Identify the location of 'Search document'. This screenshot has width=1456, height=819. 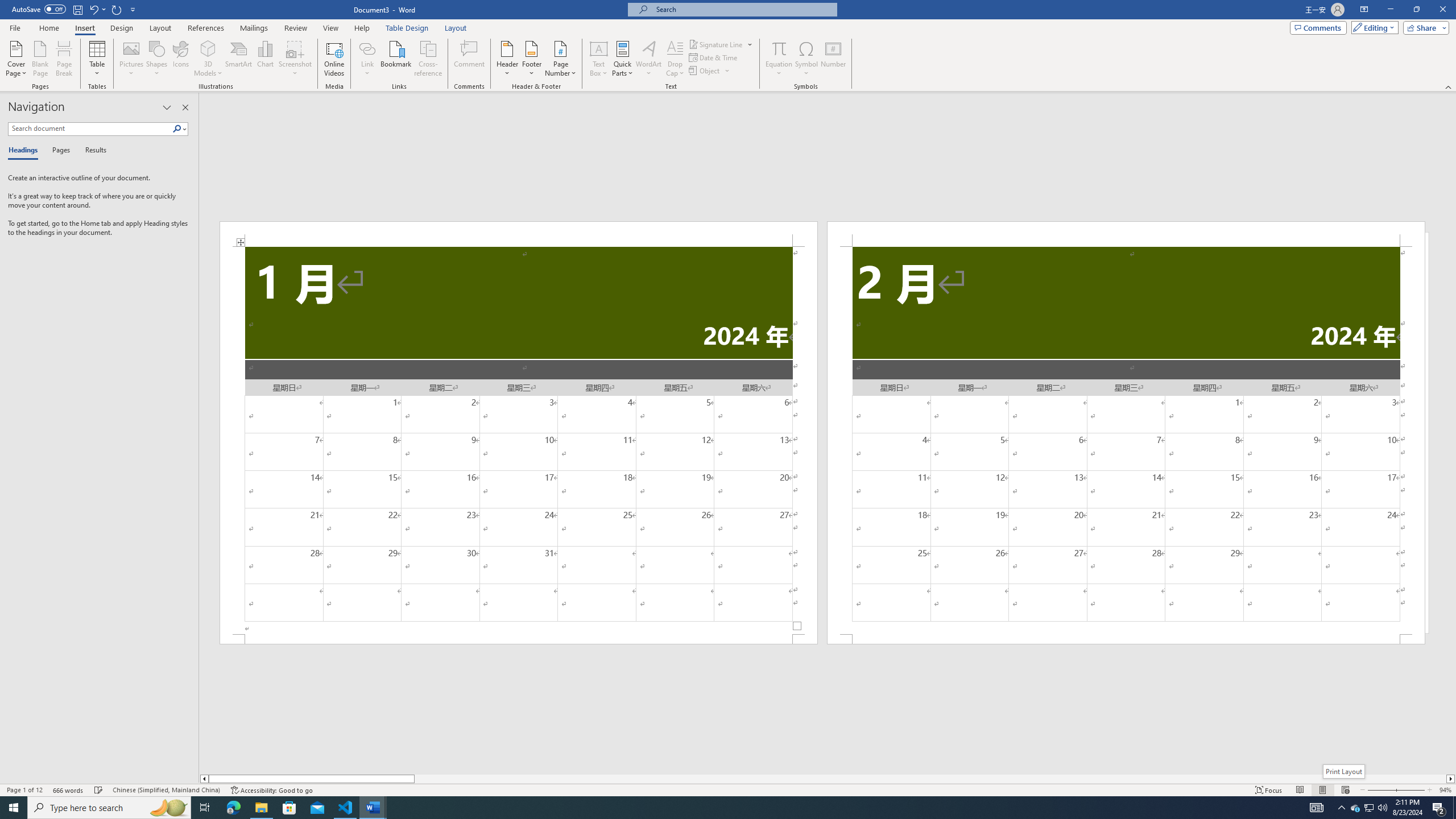
(90, 128).